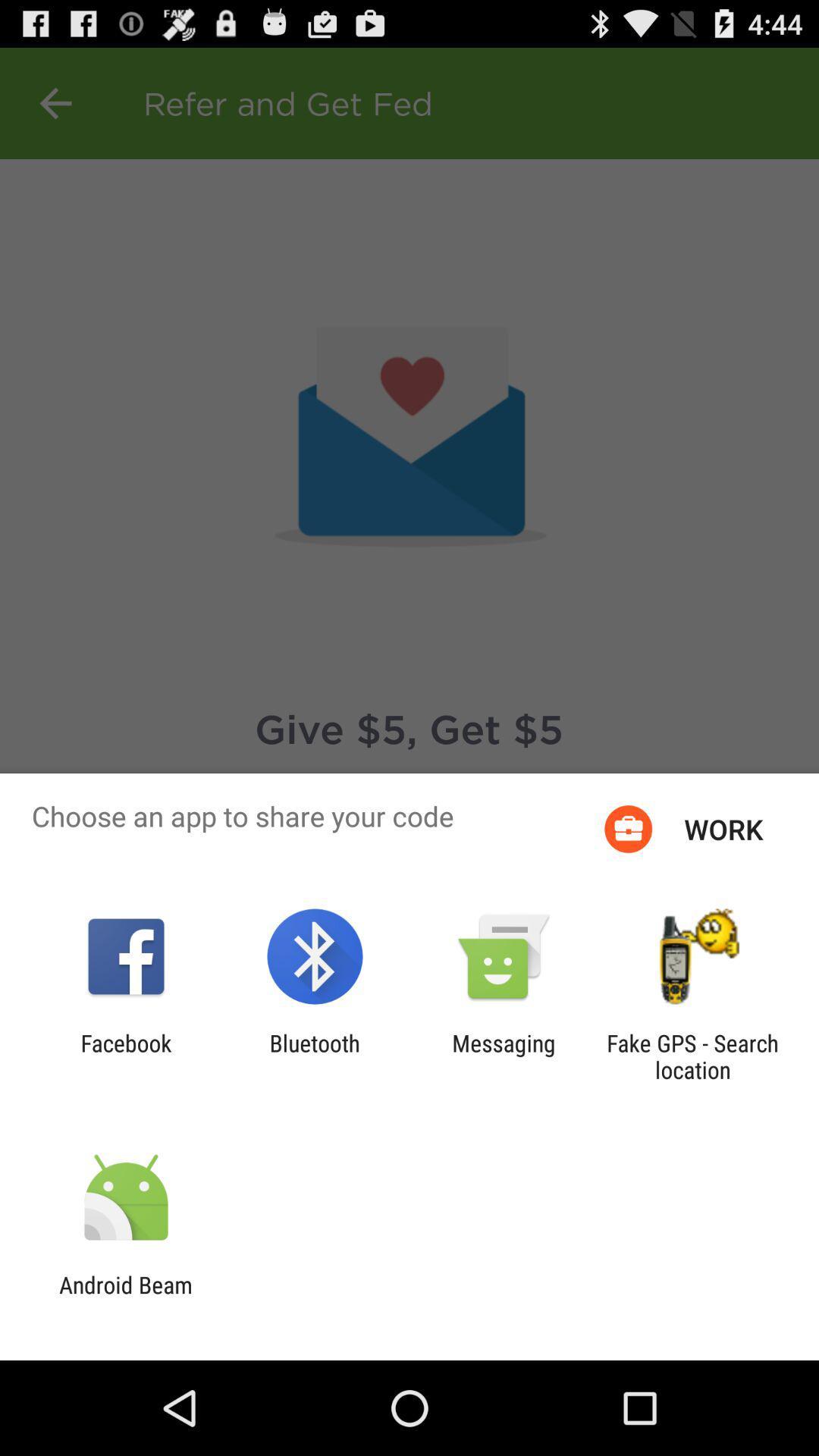 This screenshot has height=1456, width=819. What do you see at coordinates (314, 1056) in the screenshot?
I see `app next to facebook` at bounding box center [314, 1056].